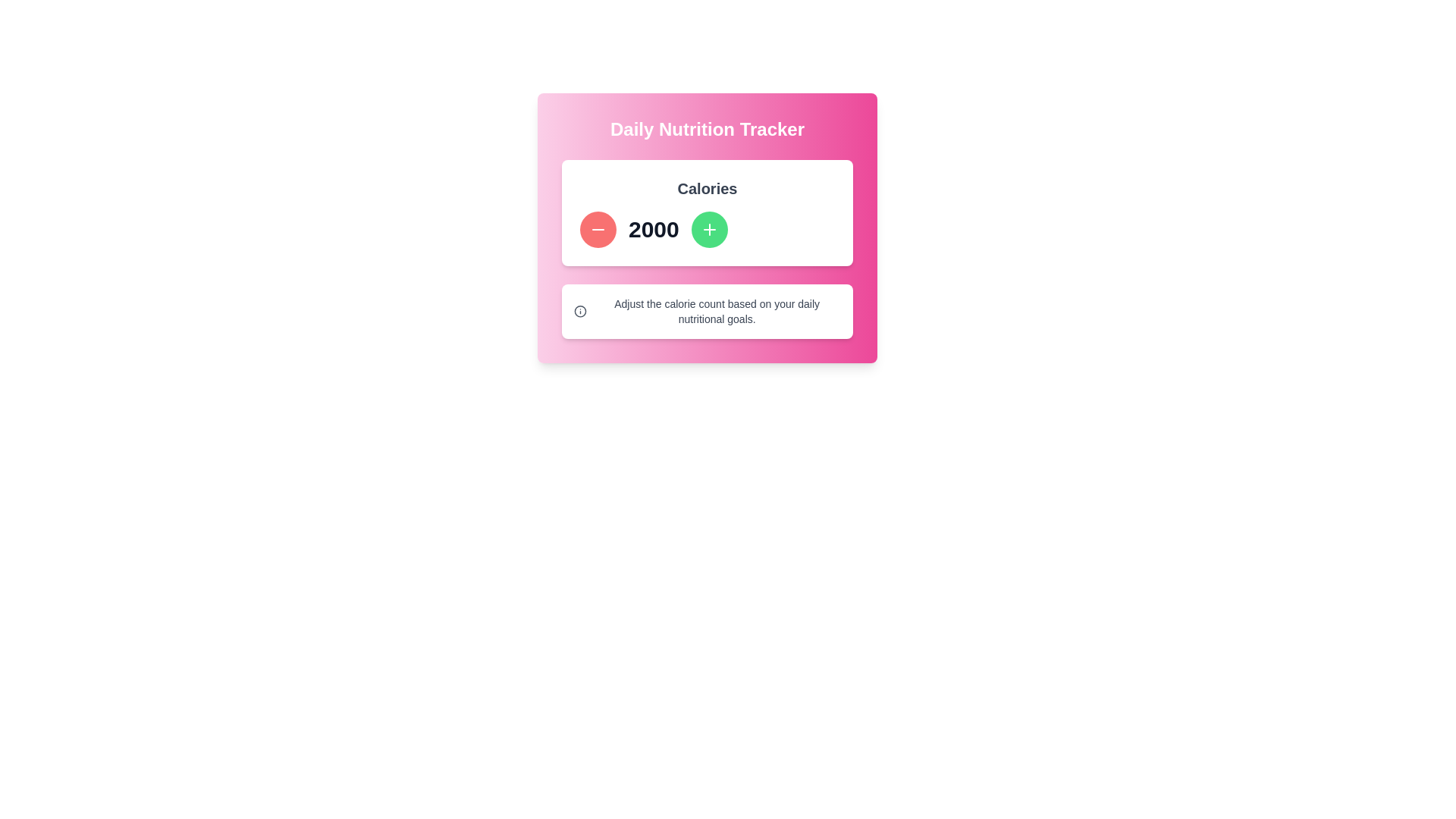 The height and width of the screenshot is (819, 1456). I want to click on the green plus icon button located to the right of the numeric value '2000' in the Daily Nutrition Tracker card to increment the calorie count, so click(708, 230).